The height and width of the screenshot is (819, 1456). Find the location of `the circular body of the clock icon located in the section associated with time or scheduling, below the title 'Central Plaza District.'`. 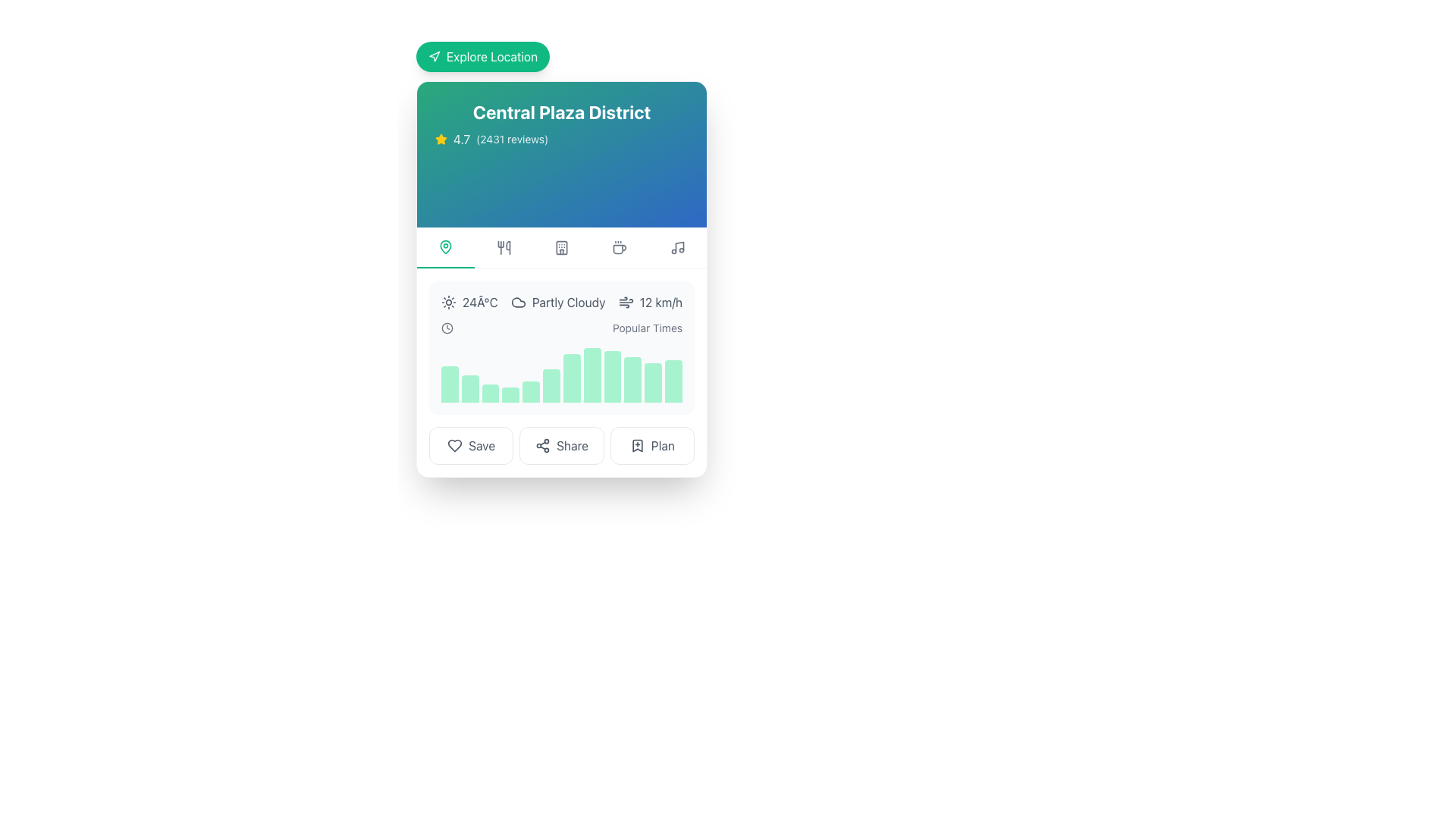

the circular body of the clock icon located in the section associated with time or scheduling, below the title 'Central Plaza District.' is located at coordinates (447, 327).